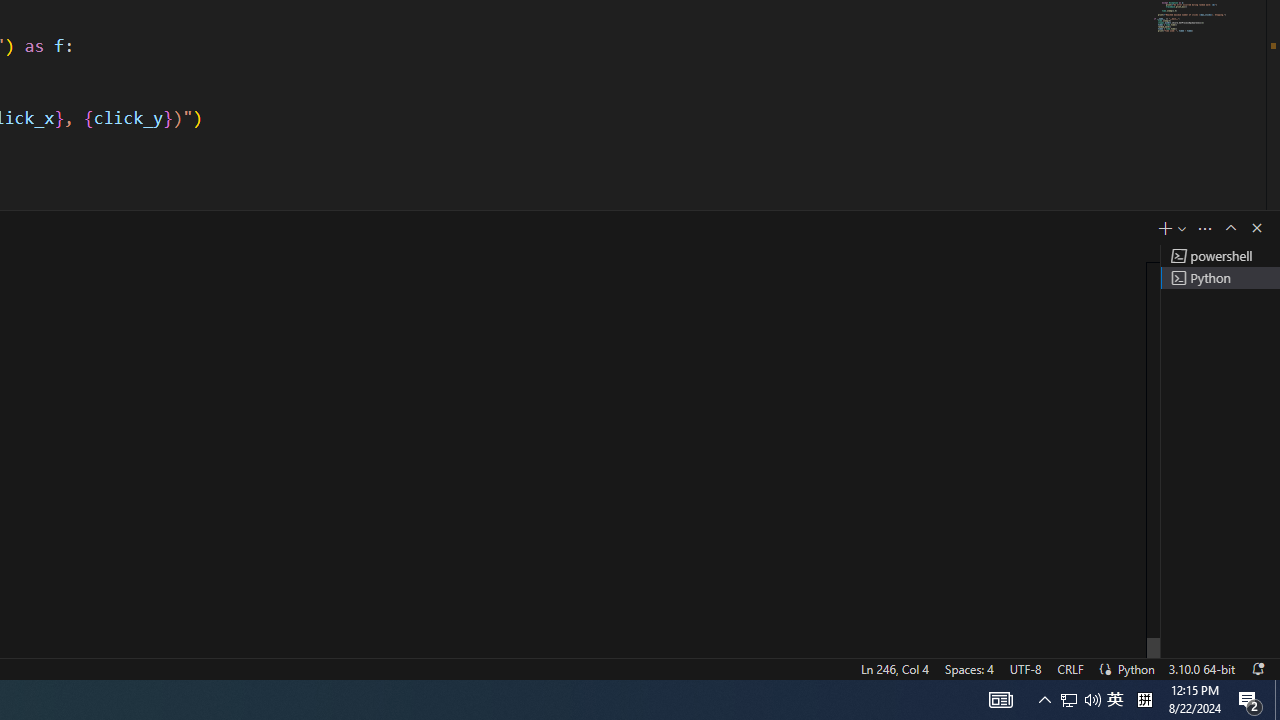 This screenshot has width=1280, height=720. Describe the element at coordinates (1219, 277) in the screenshot. I see `'Terminal 2 Python'` at that location.